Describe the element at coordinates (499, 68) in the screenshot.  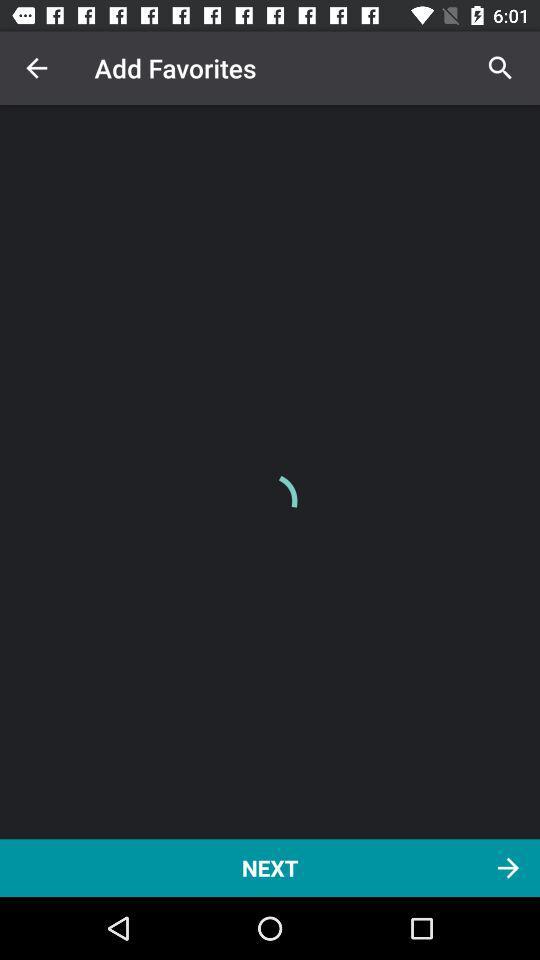
I see `the item next to the add favorites` at that location.